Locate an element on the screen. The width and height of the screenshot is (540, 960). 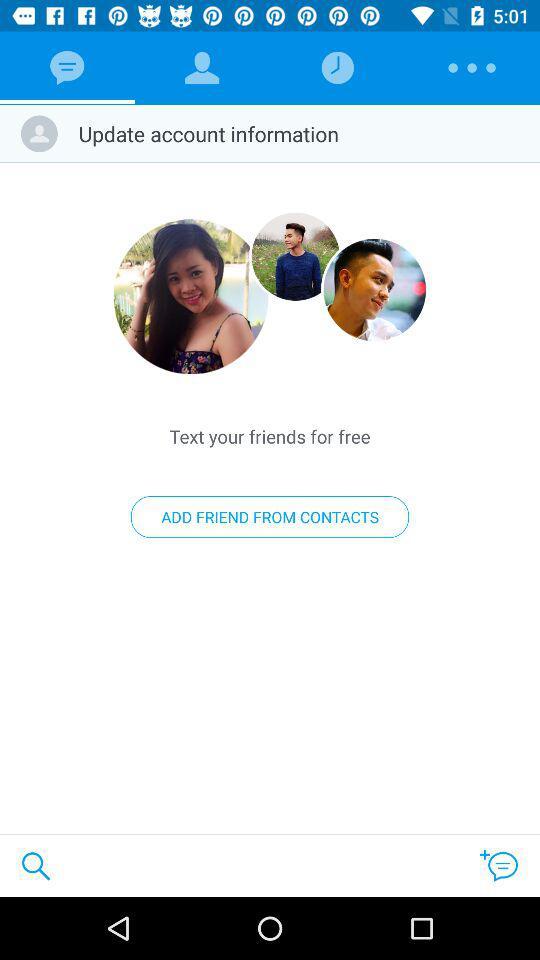
option is located at coordinates (294, 255).